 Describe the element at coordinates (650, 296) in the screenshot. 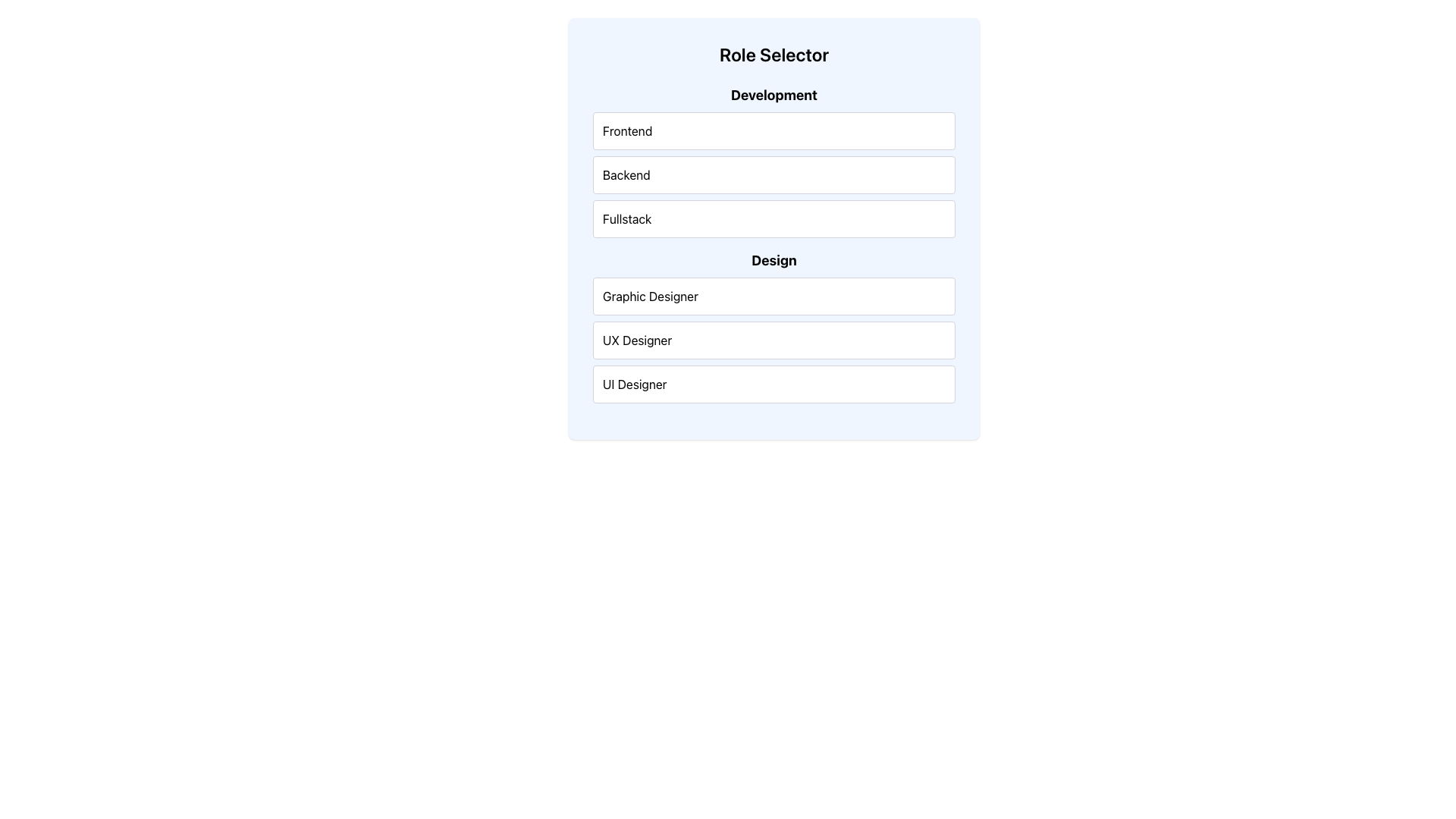

I see `the 'Graphic Designer' text label, which is the first label in the 'Design' section of the 'Role Selector' interface, displayed in black font on a white box with rounded corners and a light gray border` at that location.